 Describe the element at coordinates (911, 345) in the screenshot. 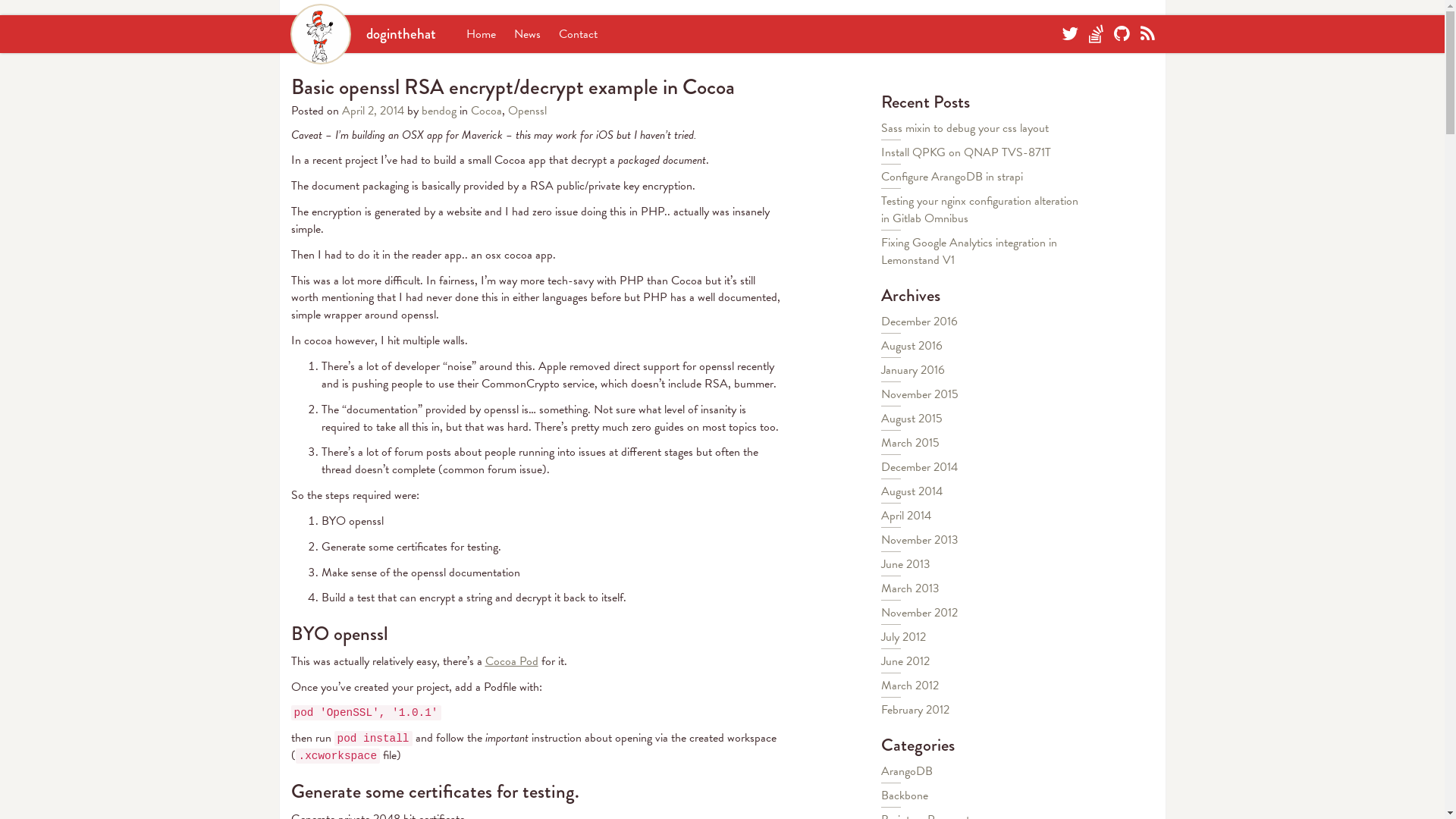

I see `'August 2016'` at that location.